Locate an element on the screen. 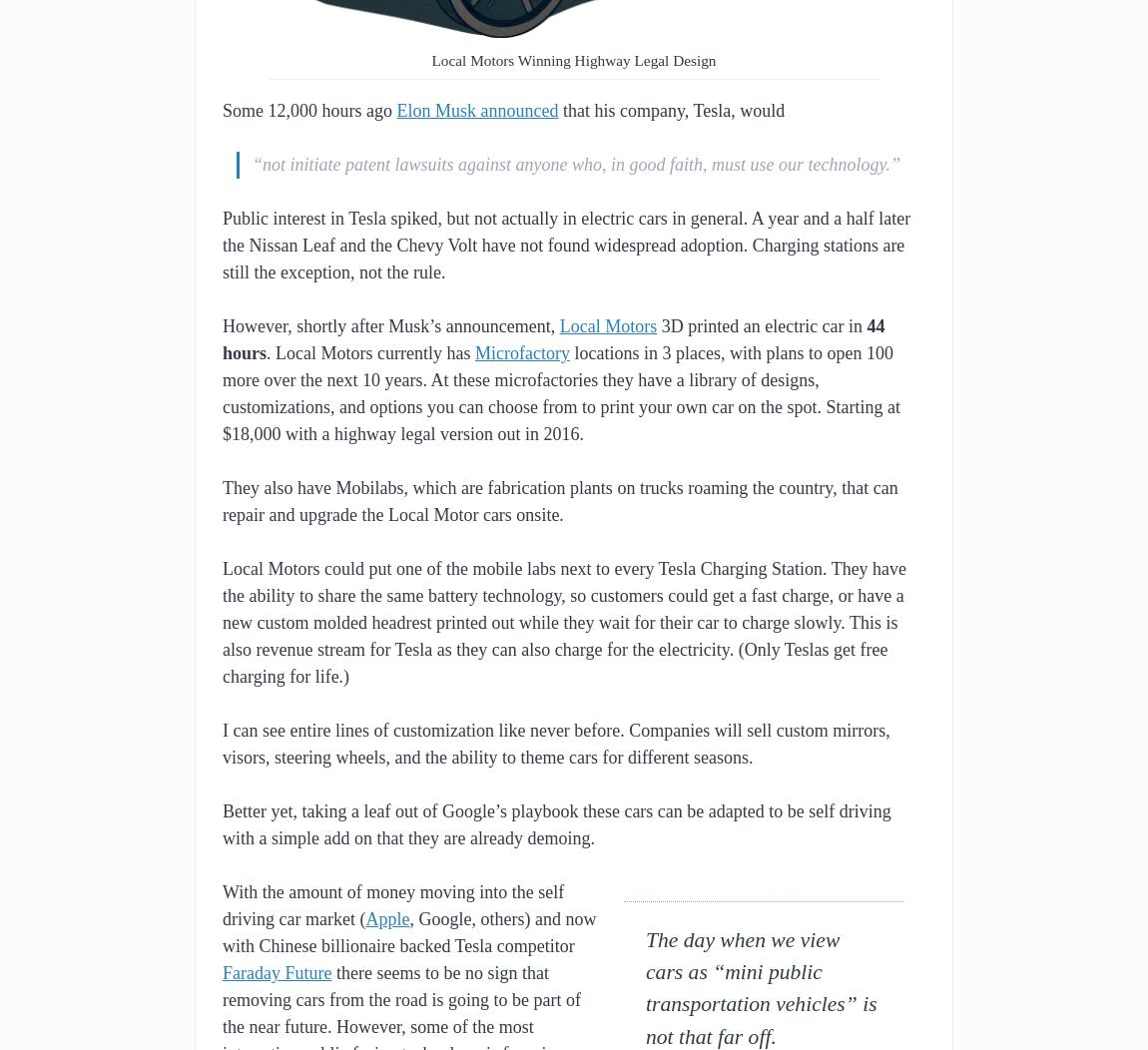  'Better yet, taking a leaf out of Google’s playbook these cars can be adapted to be self driving with a simple add on that they are already demoing.' is located at coordinates (556, 824).